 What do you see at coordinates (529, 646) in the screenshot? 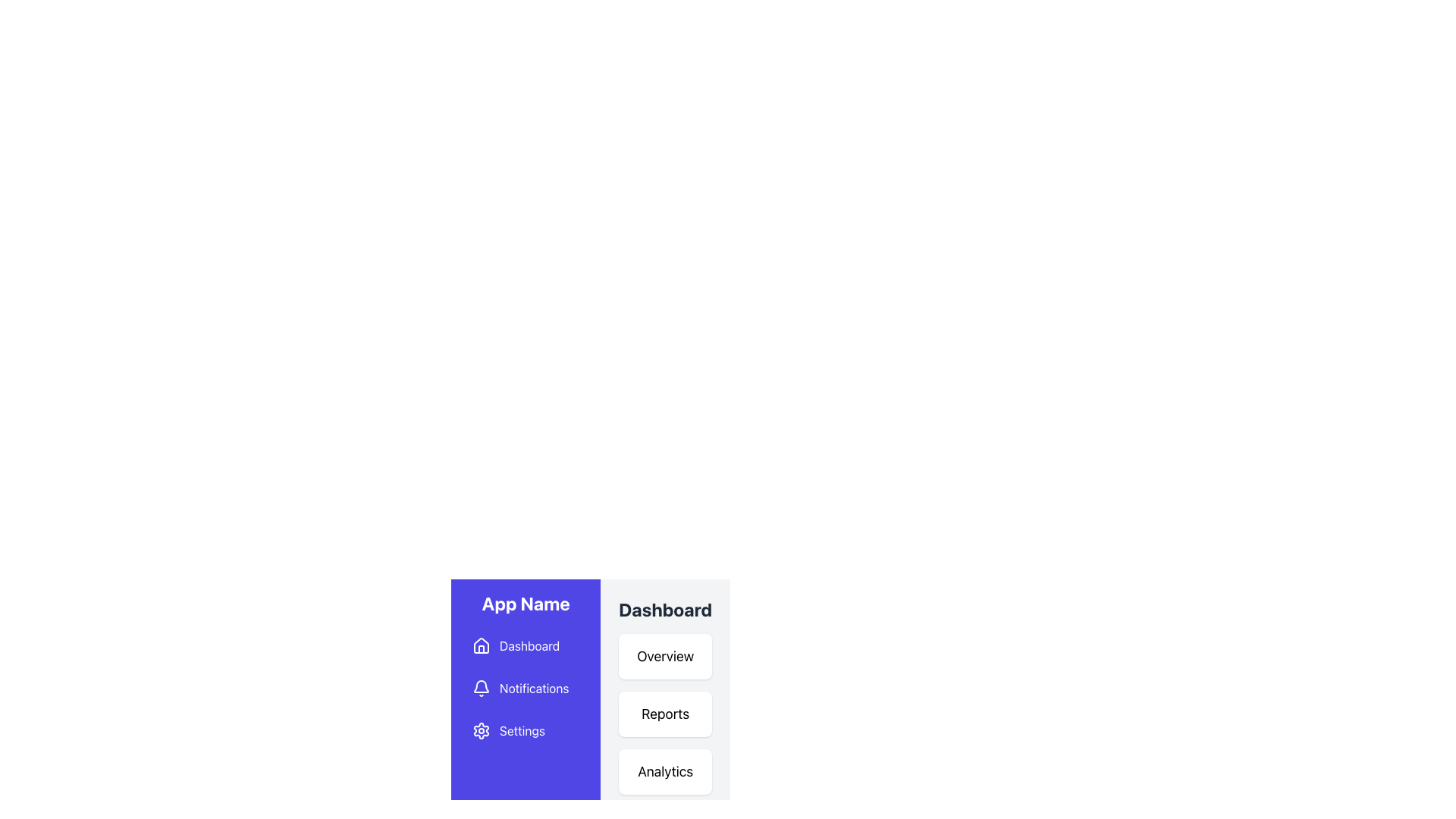
I see `the 'Dashboard' text label displayed in white font against a purple background in the vertical navigation sidebar on the left, following the house icon` at bounding box center [529, 646].